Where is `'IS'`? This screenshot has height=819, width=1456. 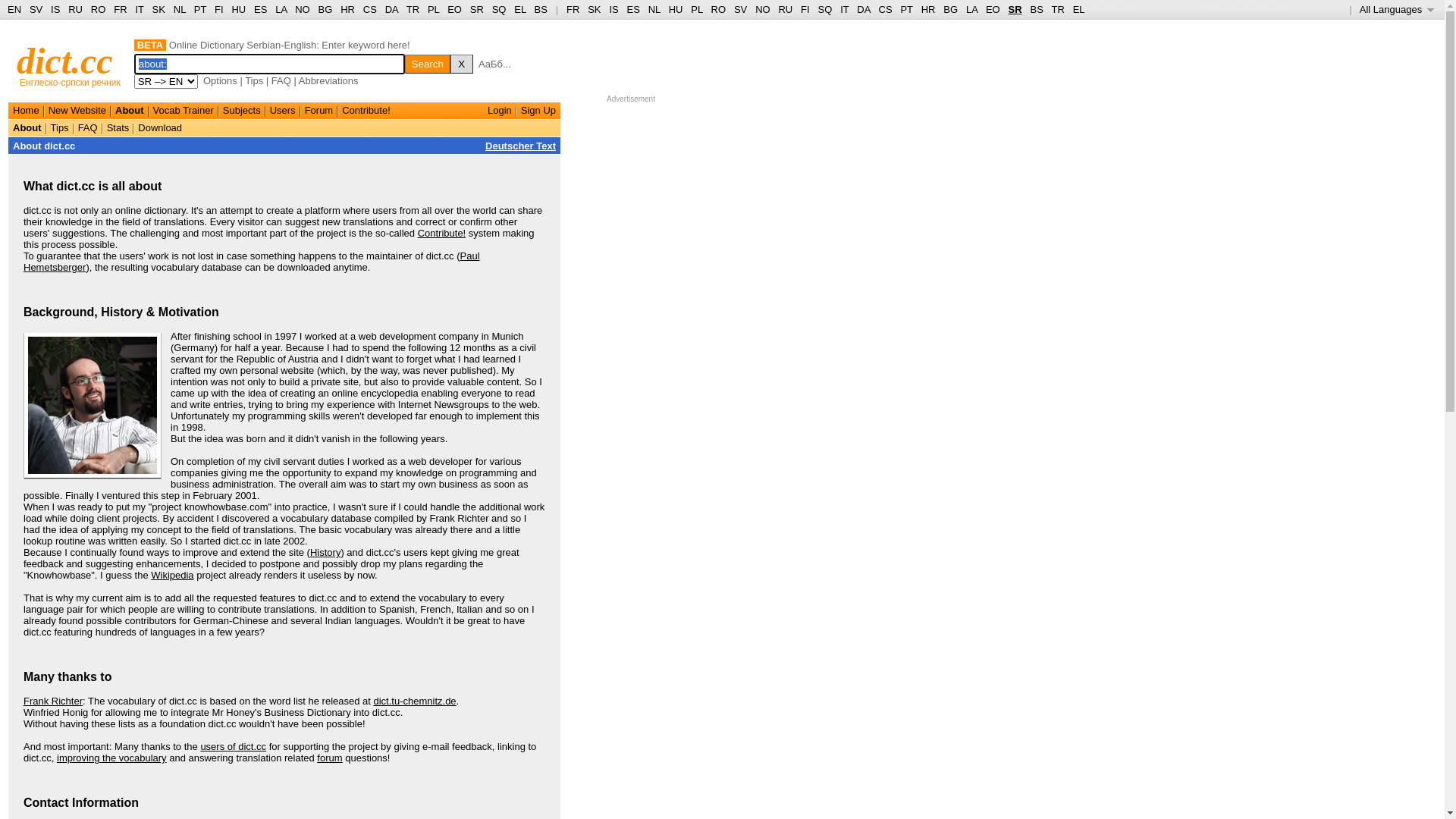 'IS' is located at coordinates (608, 9).